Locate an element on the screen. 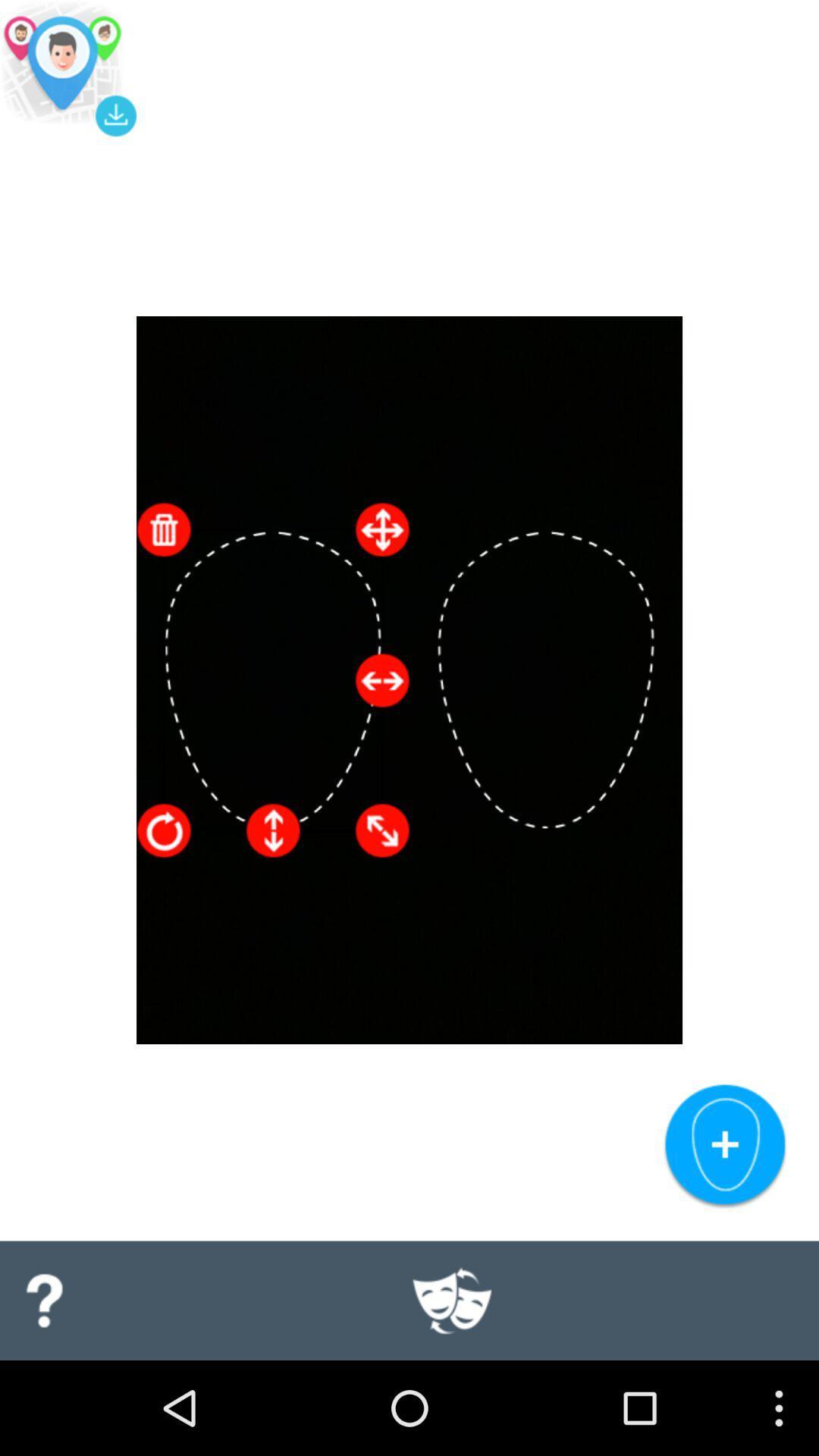 The height and width of the screenshot is (1456, 819). the location icon is located at coordinates (67, 72).